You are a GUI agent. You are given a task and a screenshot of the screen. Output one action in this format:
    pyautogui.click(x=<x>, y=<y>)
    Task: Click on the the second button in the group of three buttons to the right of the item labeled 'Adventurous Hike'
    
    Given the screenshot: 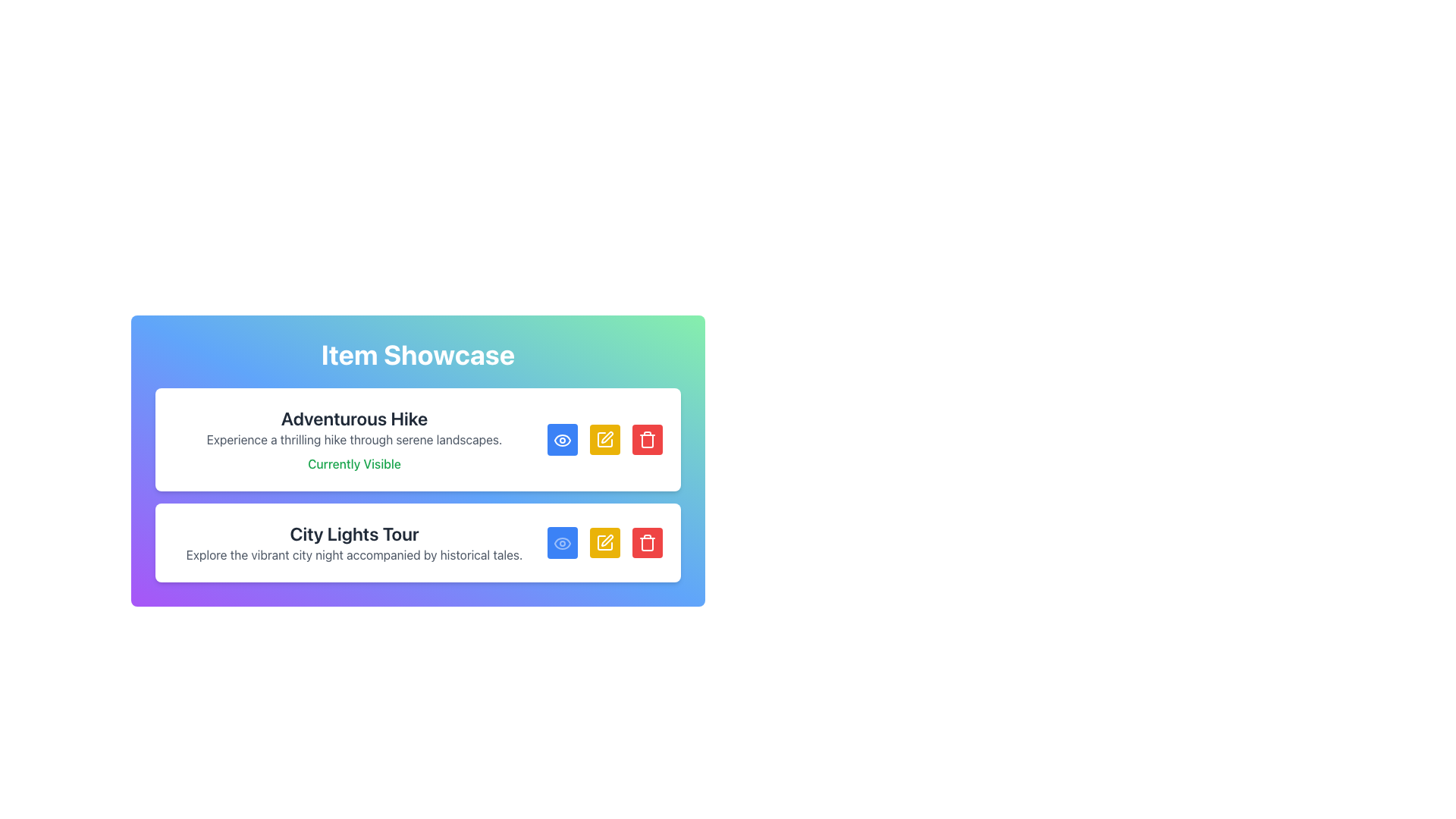 What is the action you would take?
    pyautogui.click(x=604, y=439)
    